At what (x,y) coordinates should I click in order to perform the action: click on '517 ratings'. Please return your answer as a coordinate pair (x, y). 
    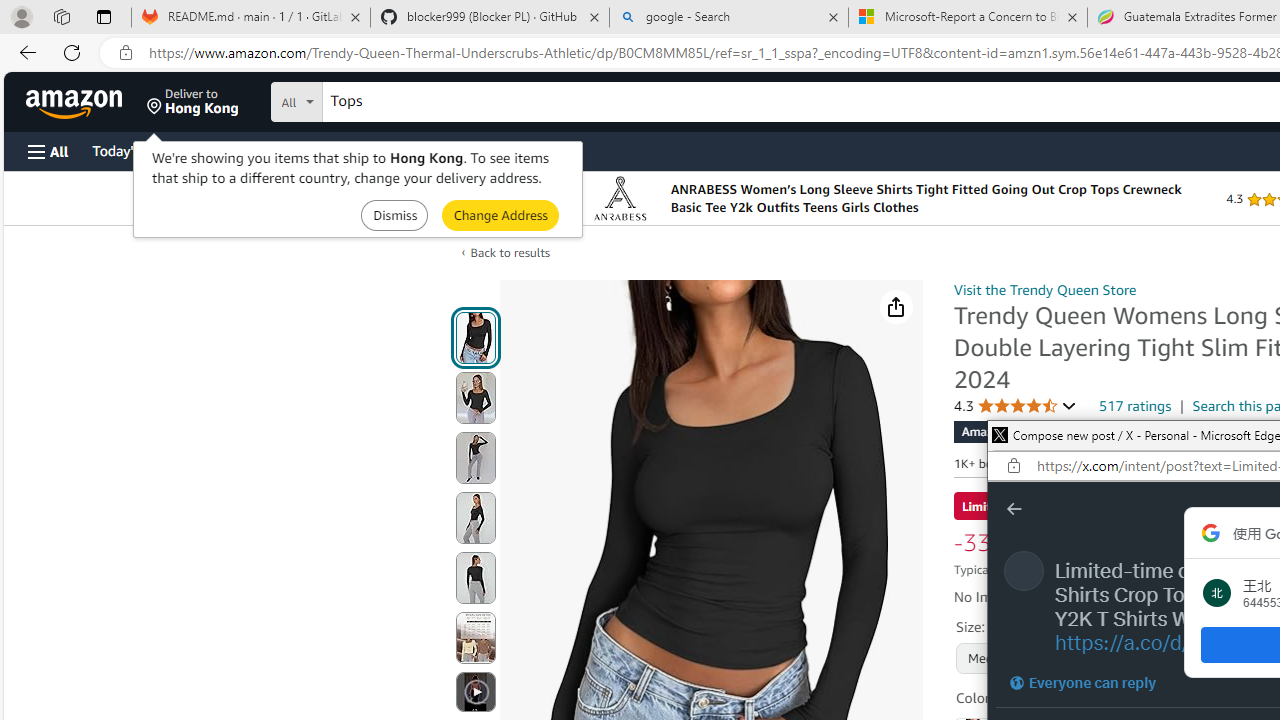
    Looking at the image, I should click on (1136, 405).